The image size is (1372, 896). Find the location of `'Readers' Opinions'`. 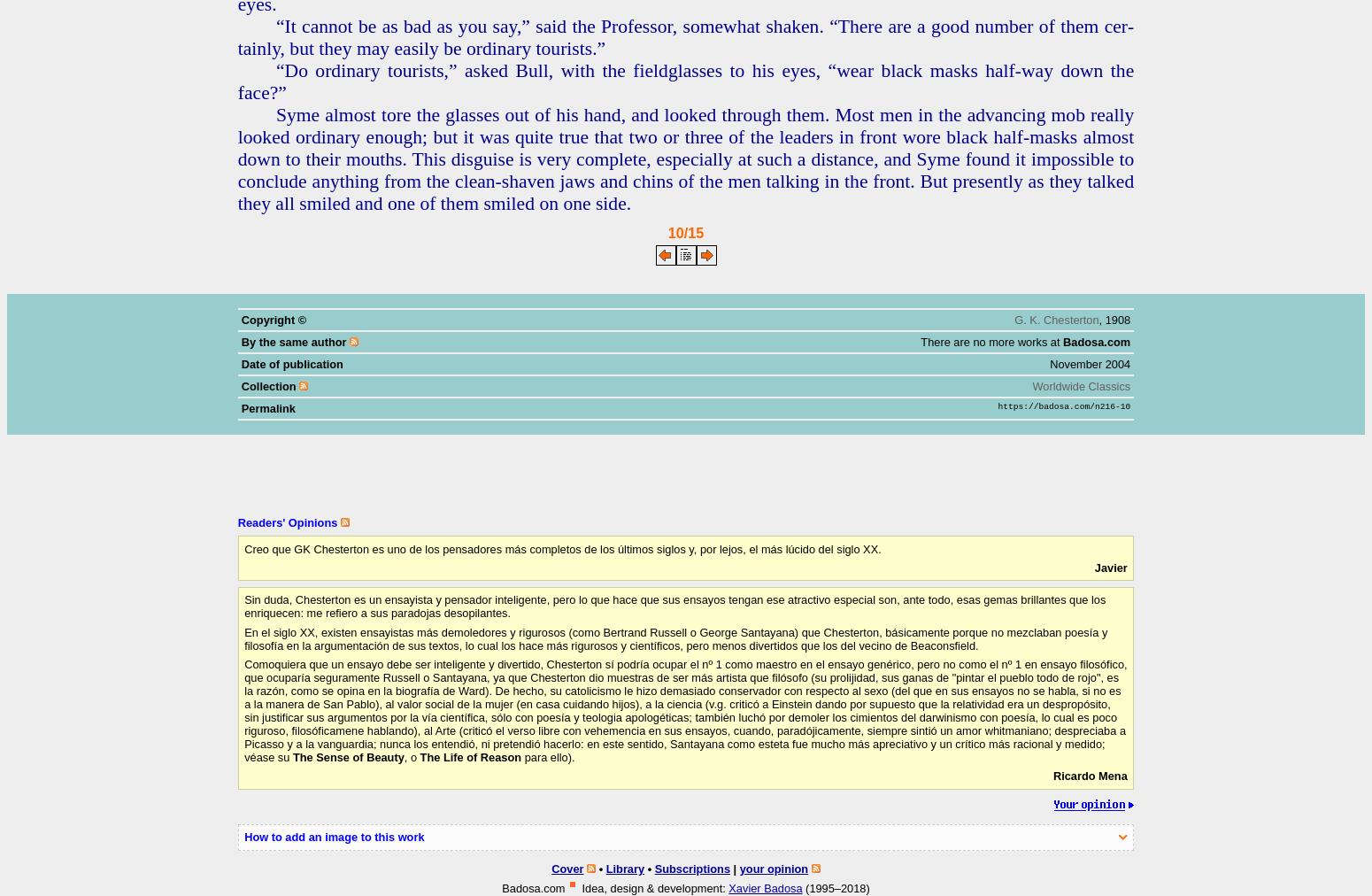

'Readers' Opinions' is located at coordinates (236, 521).